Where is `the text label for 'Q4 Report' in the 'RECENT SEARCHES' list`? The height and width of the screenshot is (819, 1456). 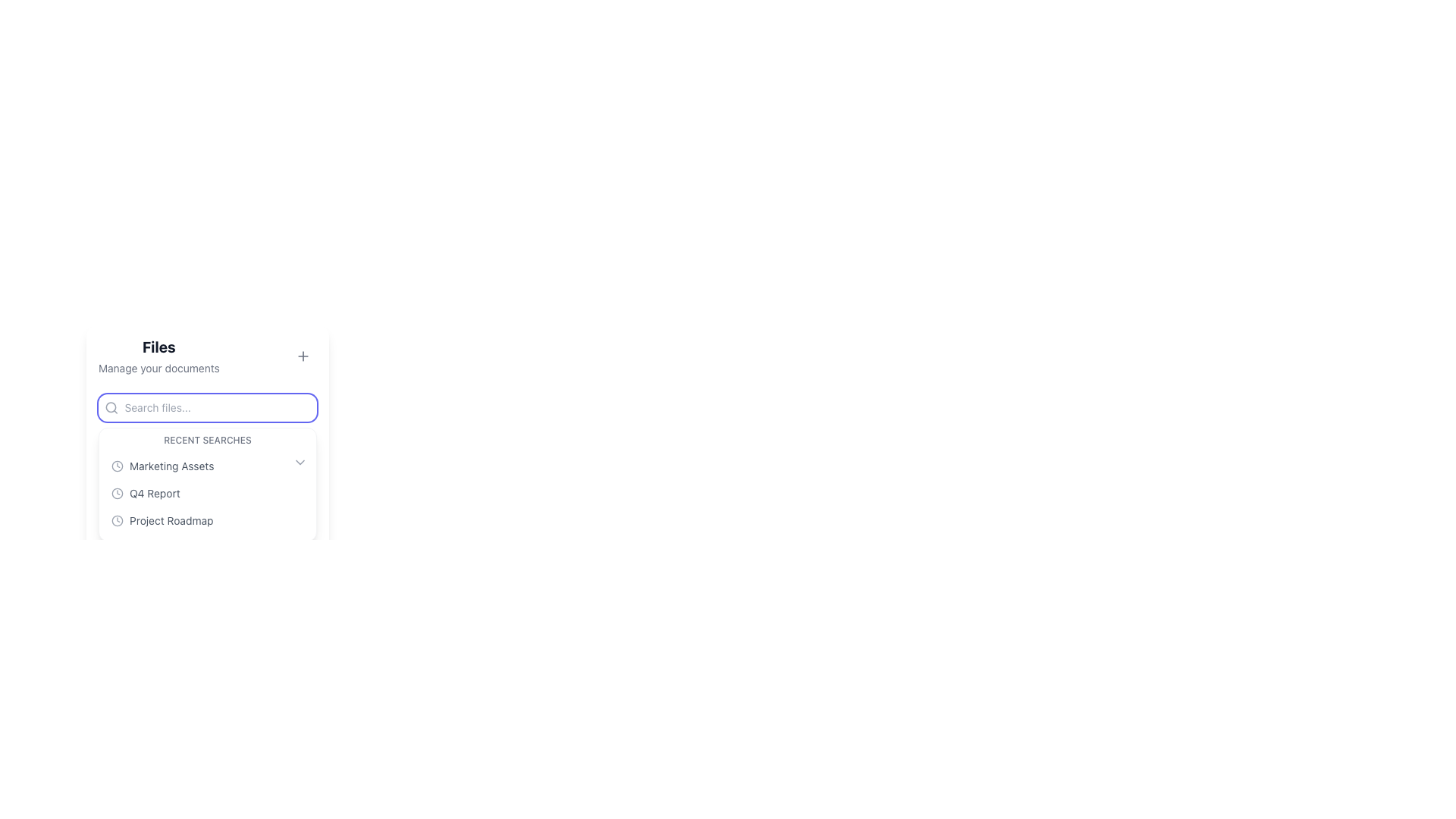
the text label for 'Q4 Report' in the 'RECENT SEARCHES' list is located at coordinates (155, 494).